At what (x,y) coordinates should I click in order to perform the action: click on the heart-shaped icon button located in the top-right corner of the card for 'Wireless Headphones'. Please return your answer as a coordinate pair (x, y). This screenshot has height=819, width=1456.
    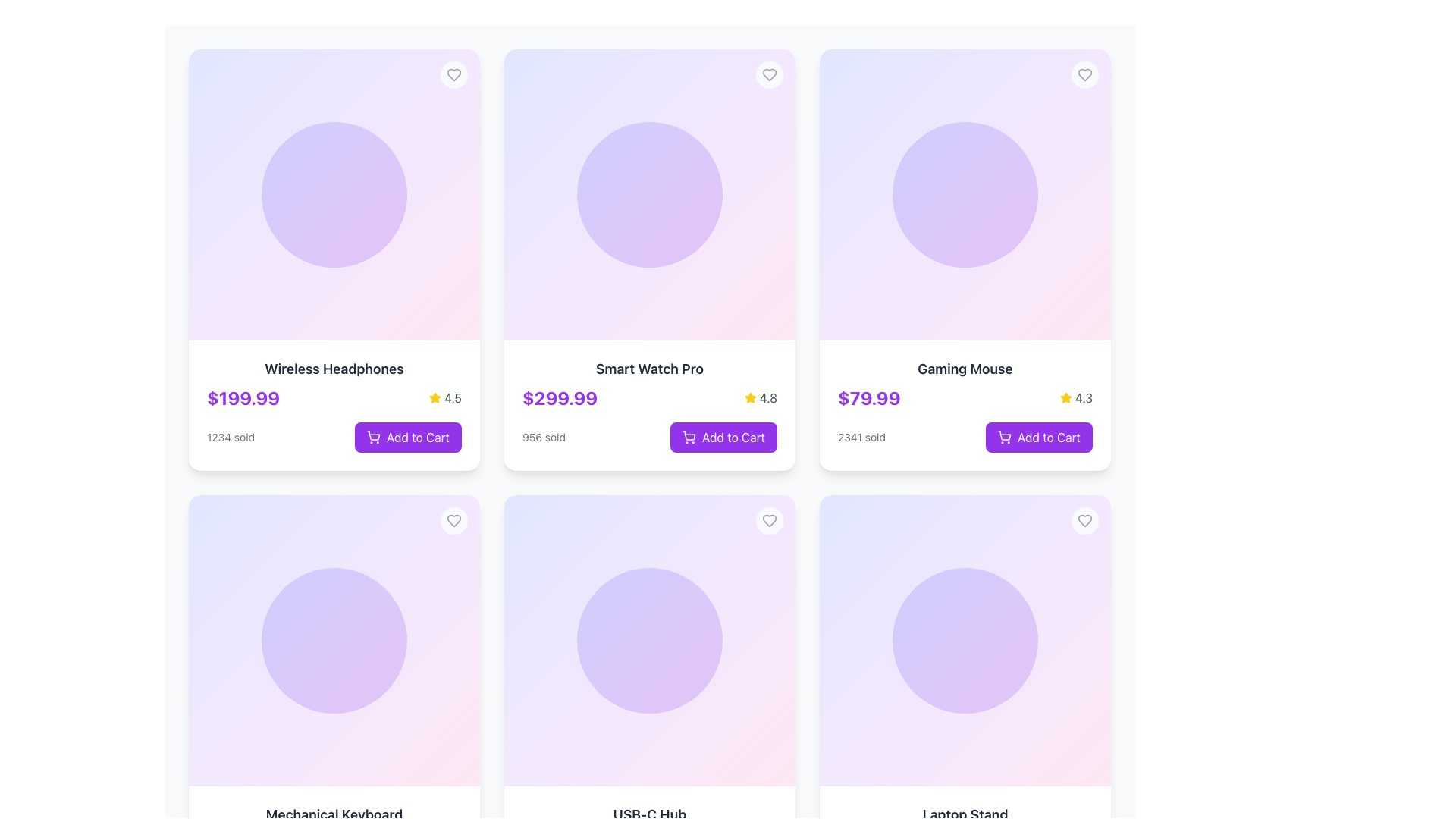
    Looking at the image, I should click on (453, 75).